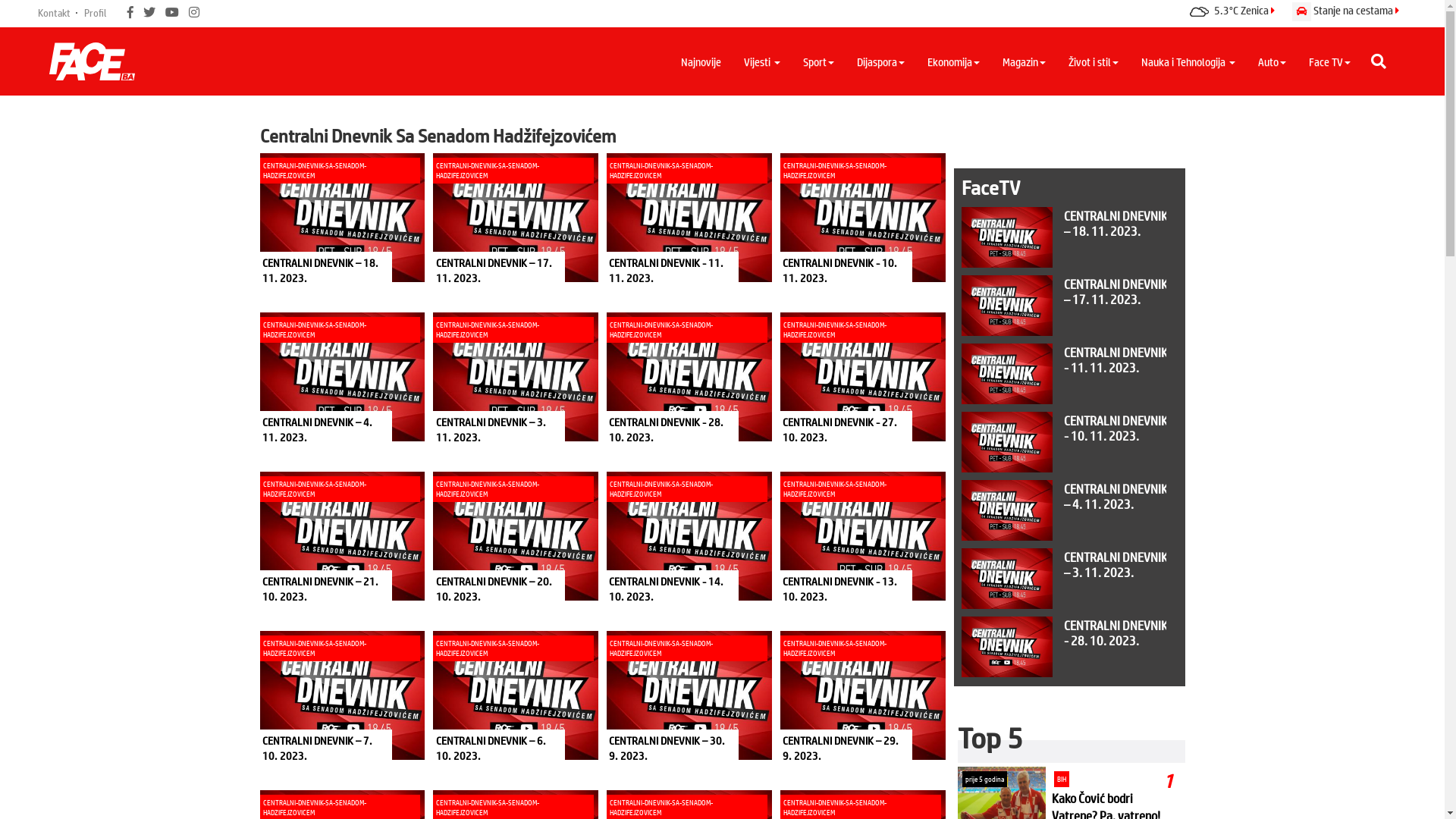  What do you see at coordinates (1345, 8) in the screenshot?
I see `'Stanje na cestama'` at bounding box center [1345, 8].